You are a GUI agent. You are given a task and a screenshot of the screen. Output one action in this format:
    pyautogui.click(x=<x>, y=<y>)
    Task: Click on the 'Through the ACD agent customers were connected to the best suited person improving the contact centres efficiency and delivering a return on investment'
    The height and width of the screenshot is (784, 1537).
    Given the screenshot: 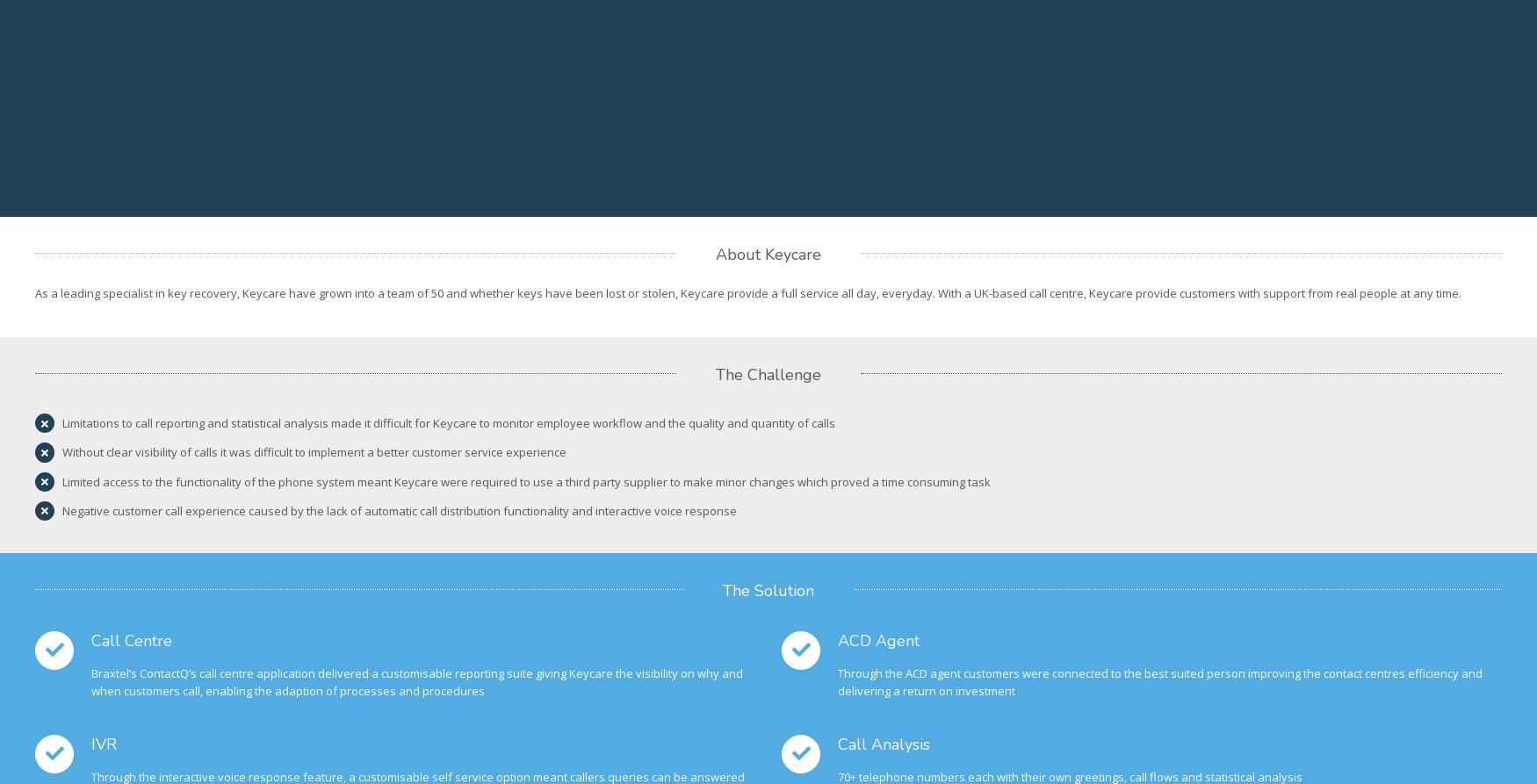 What is the action you would take?
    pyautogui.click(x=1160, y=680)
    